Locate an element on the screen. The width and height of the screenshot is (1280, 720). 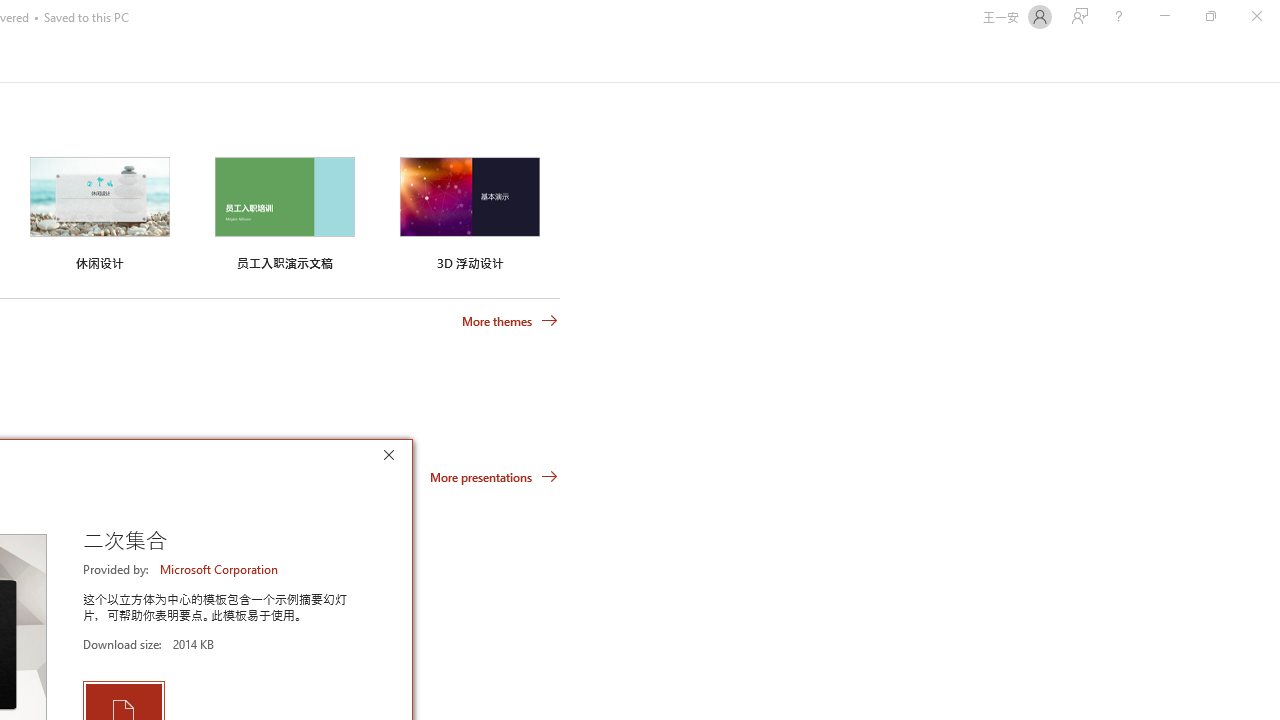
'More themes' is located at coordinates (510, 320).